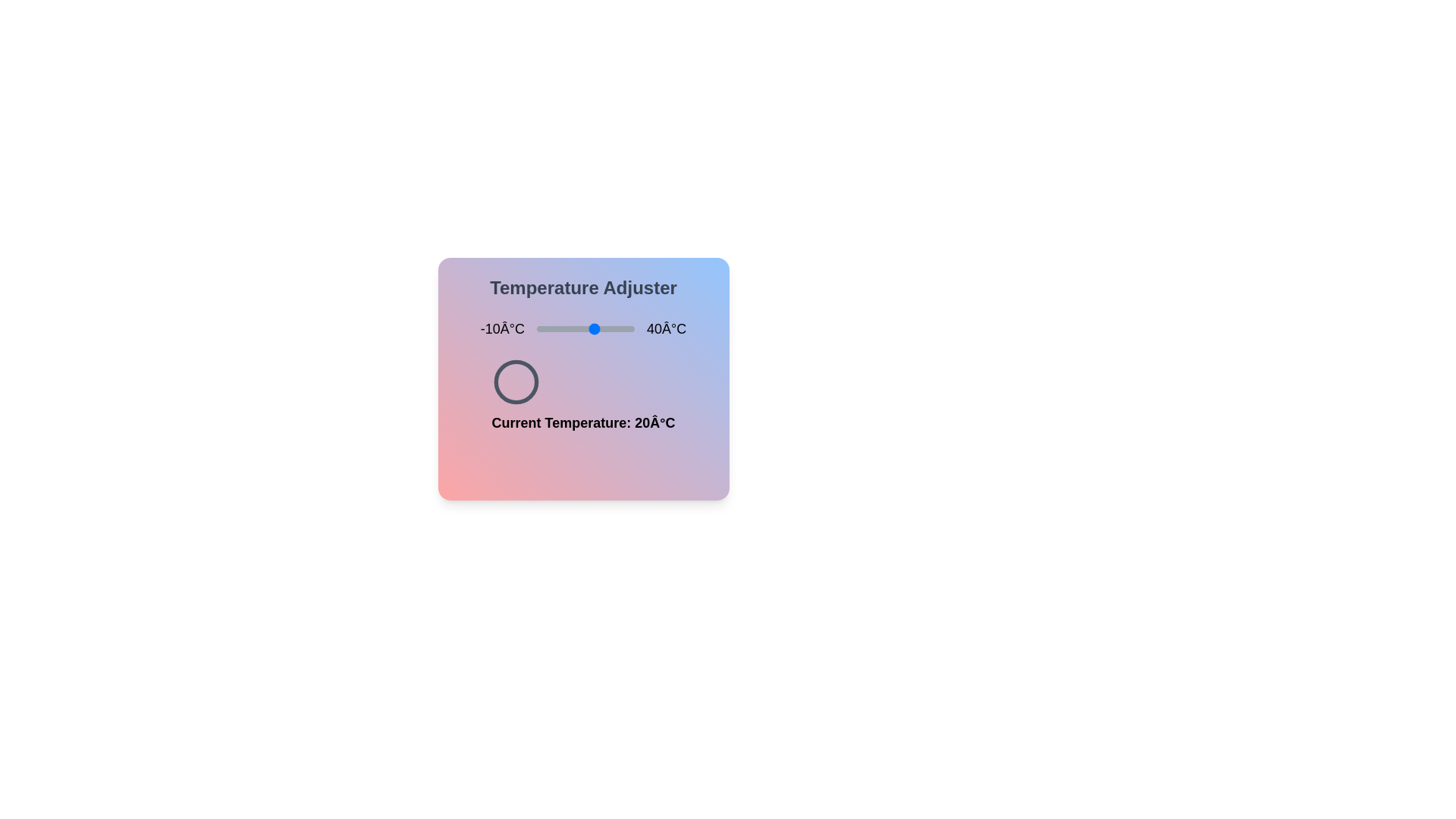 This screenshot has width=1456, height=819. What do you see at coordinates (625, 328) in the screenshot?
I see `the temperature to 35 degrees Celsius using the slider` at bounding box center [625, 328].